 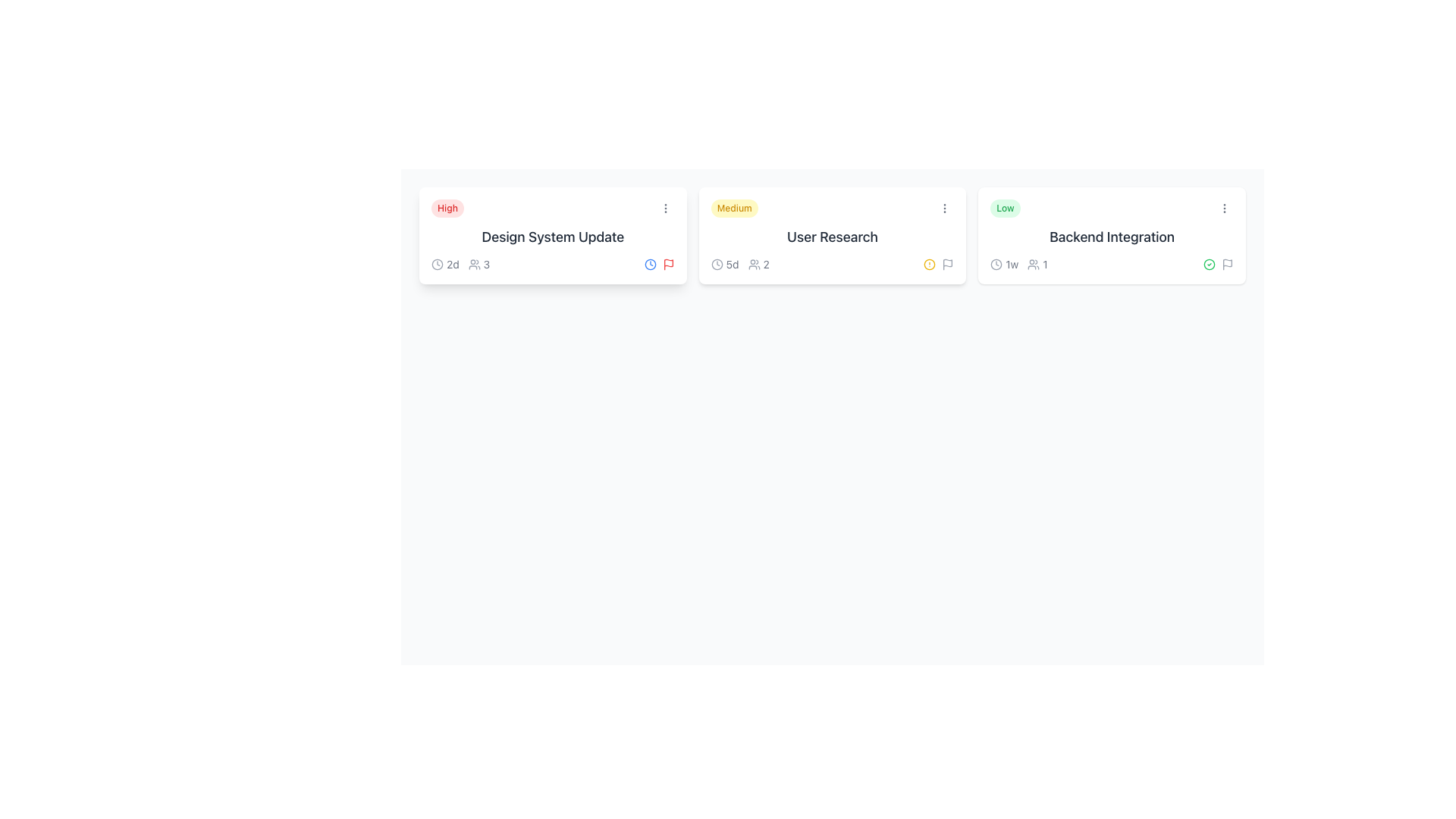 What do you see at coordinates (1227, 263) in the screenshot?
I see `the third flag icon in the footer section of the card titled 'Backend Integration'` at bounding box center [1227, 263].